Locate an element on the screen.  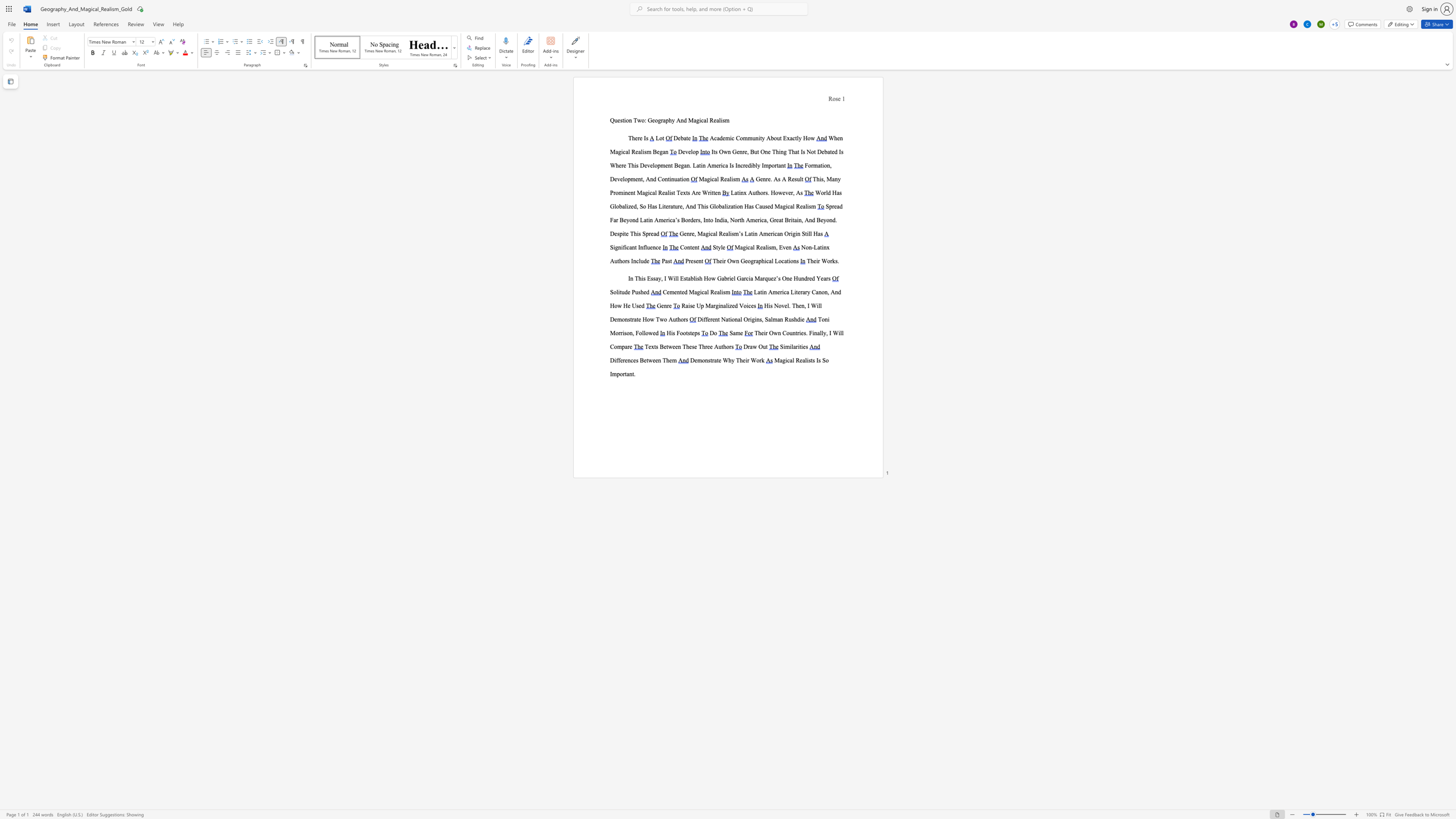
the 1th character "r" in the text is located at coordinates (662, 120).